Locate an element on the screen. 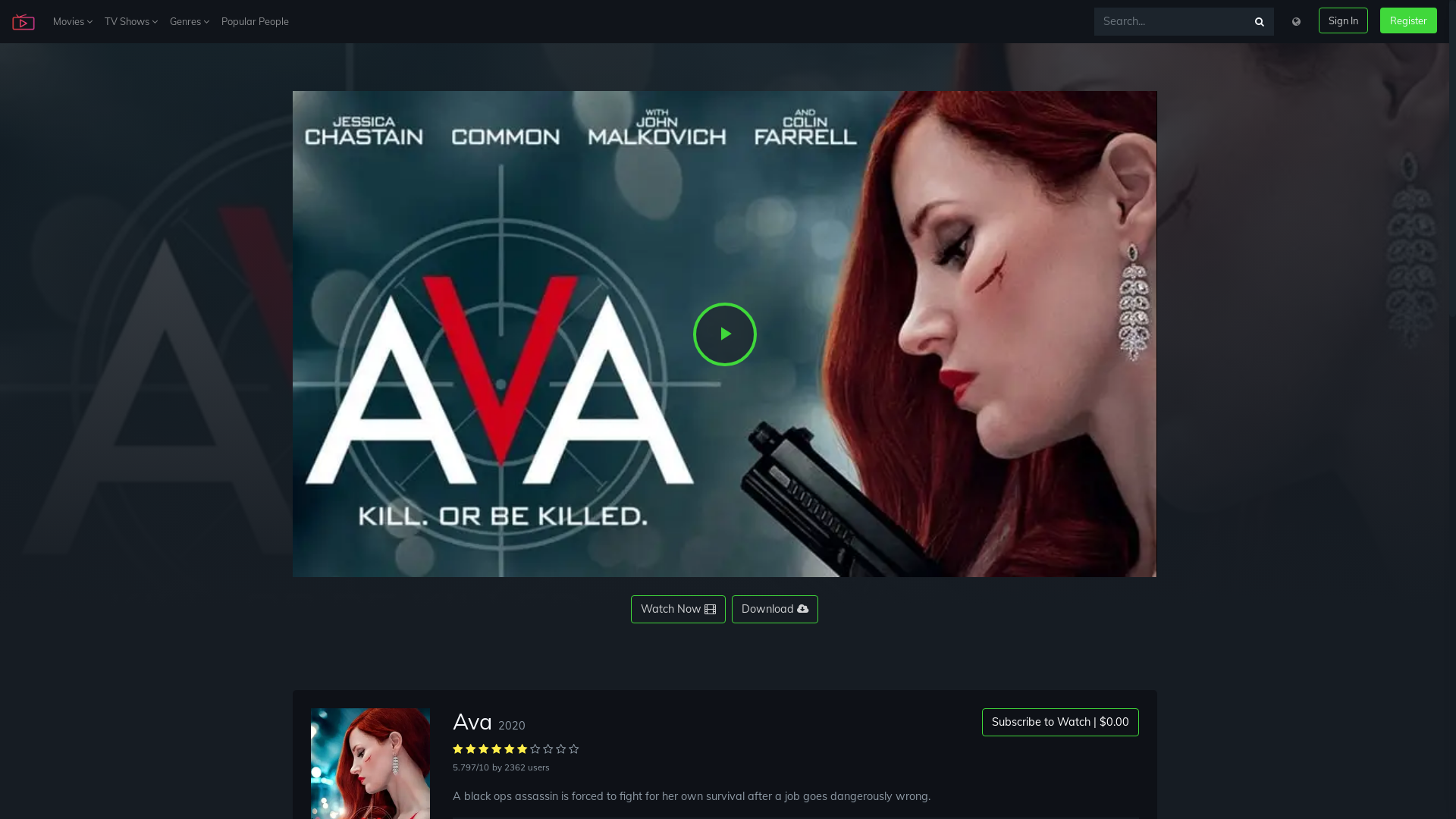 The height and width of the screenshot is (819, 1456). 'Subscribe to Watch | $0.00' is located at coordinates (1059, 721).